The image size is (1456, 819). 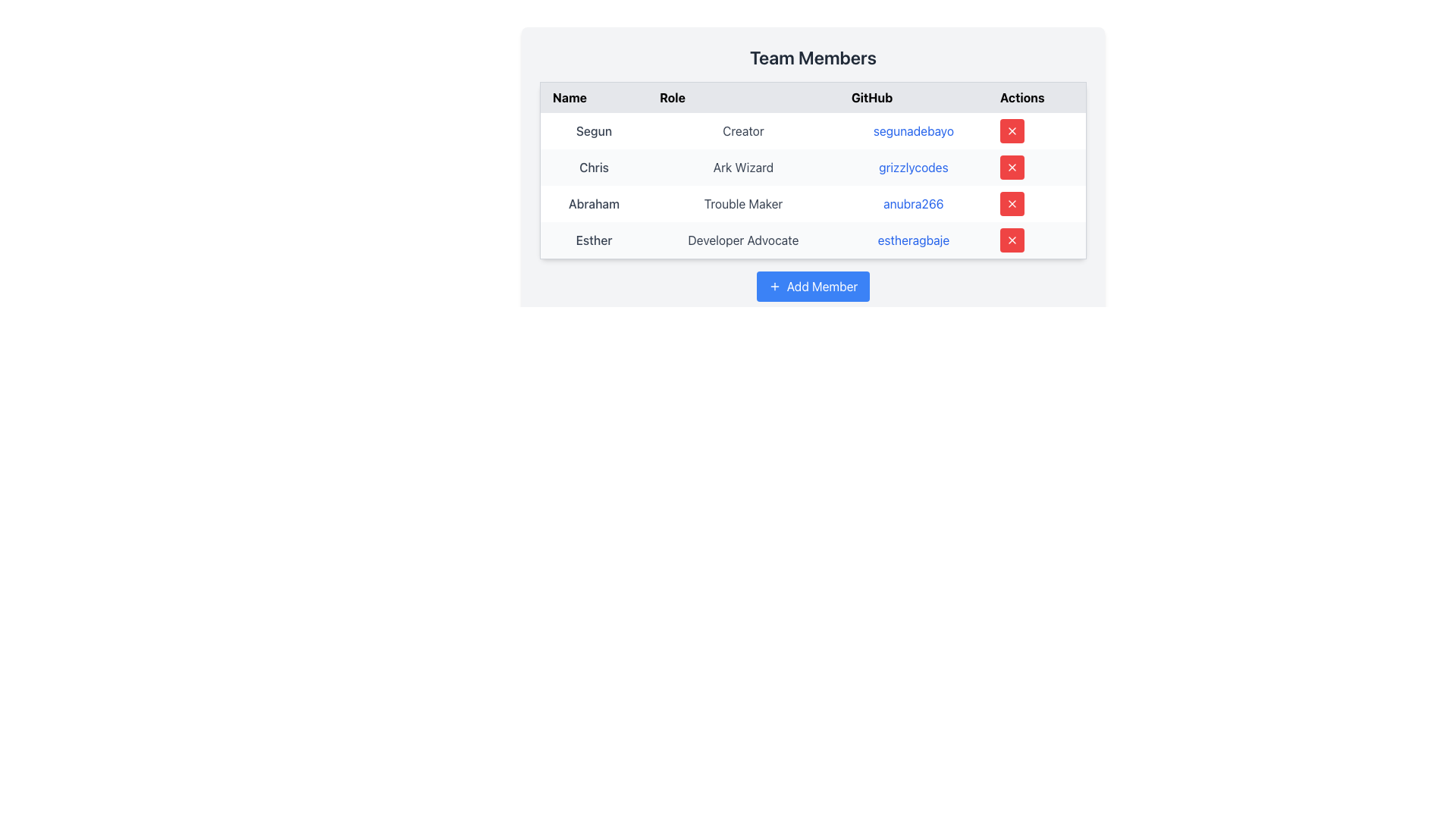 I want to click on the delete button in the 'Actions' column associated with the entry for the GitHub handle 'grizzlycodes', so click(x=1012, y=167).